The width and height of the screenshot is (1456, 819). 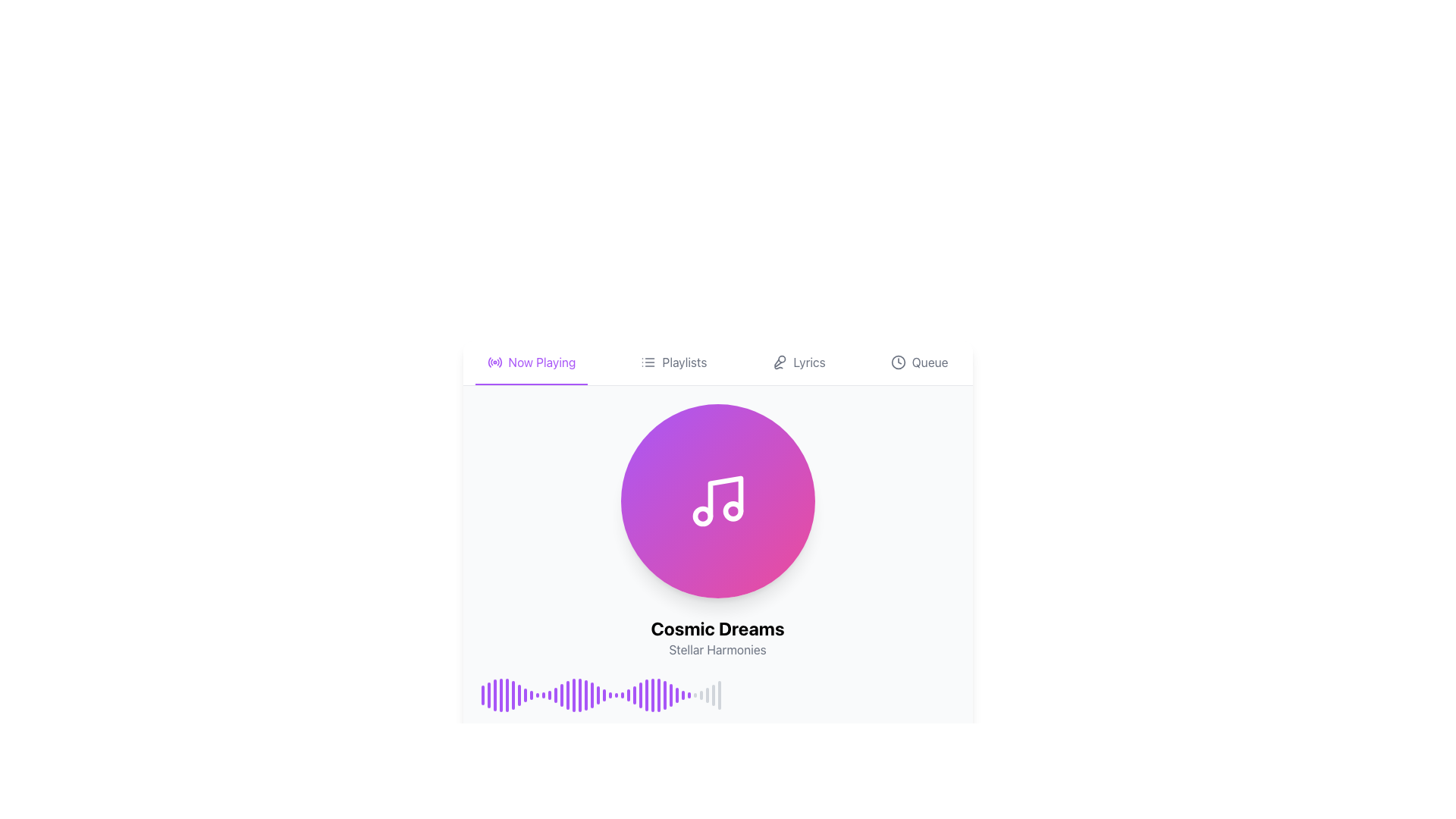 I want to click on the 31st vertical bar in the audio waveform visualization, which represents a specific point in the audio waveform and indicates sound intensity, so click(x=670, y=695).